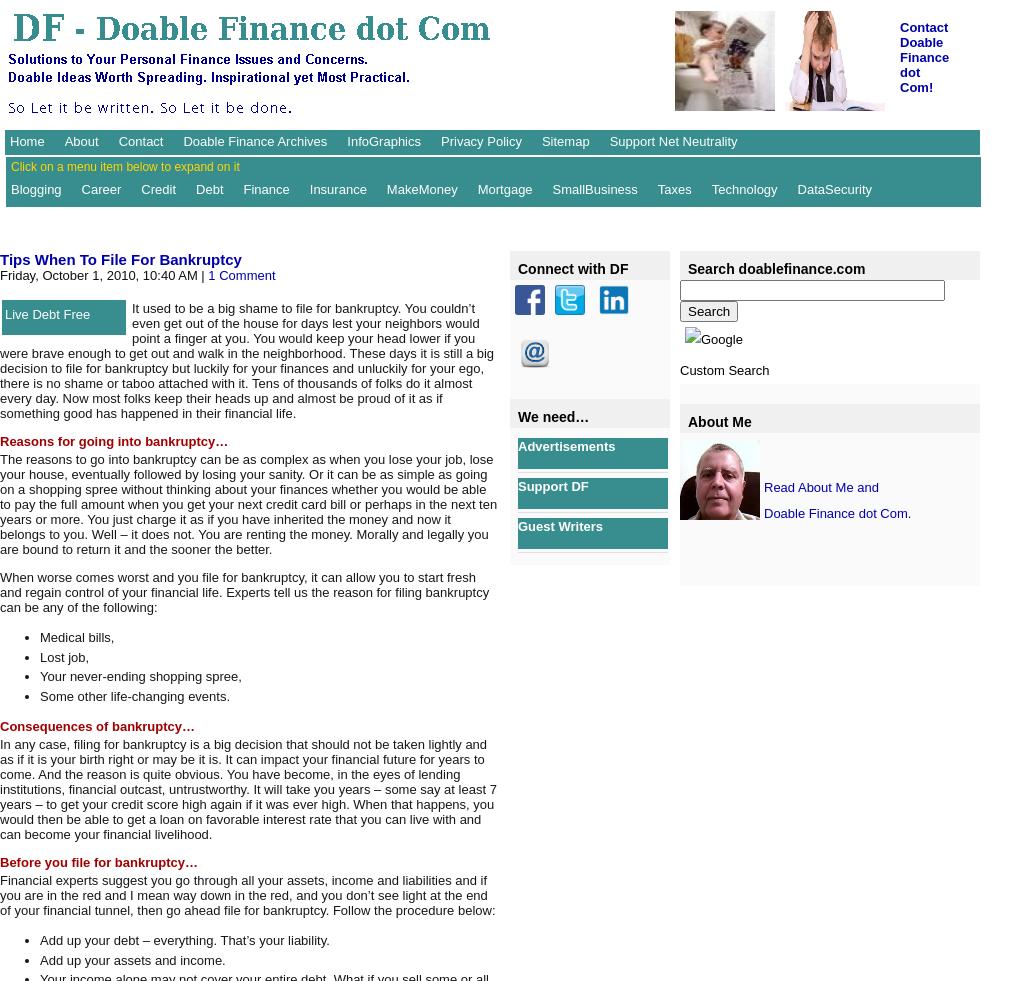 The height and width of the screenshot is (981, 1020). What do you see at coordinates (181, 140) in the screenshot?
I see `'Doable Finance Archives'` at bounding box center [181, 140].